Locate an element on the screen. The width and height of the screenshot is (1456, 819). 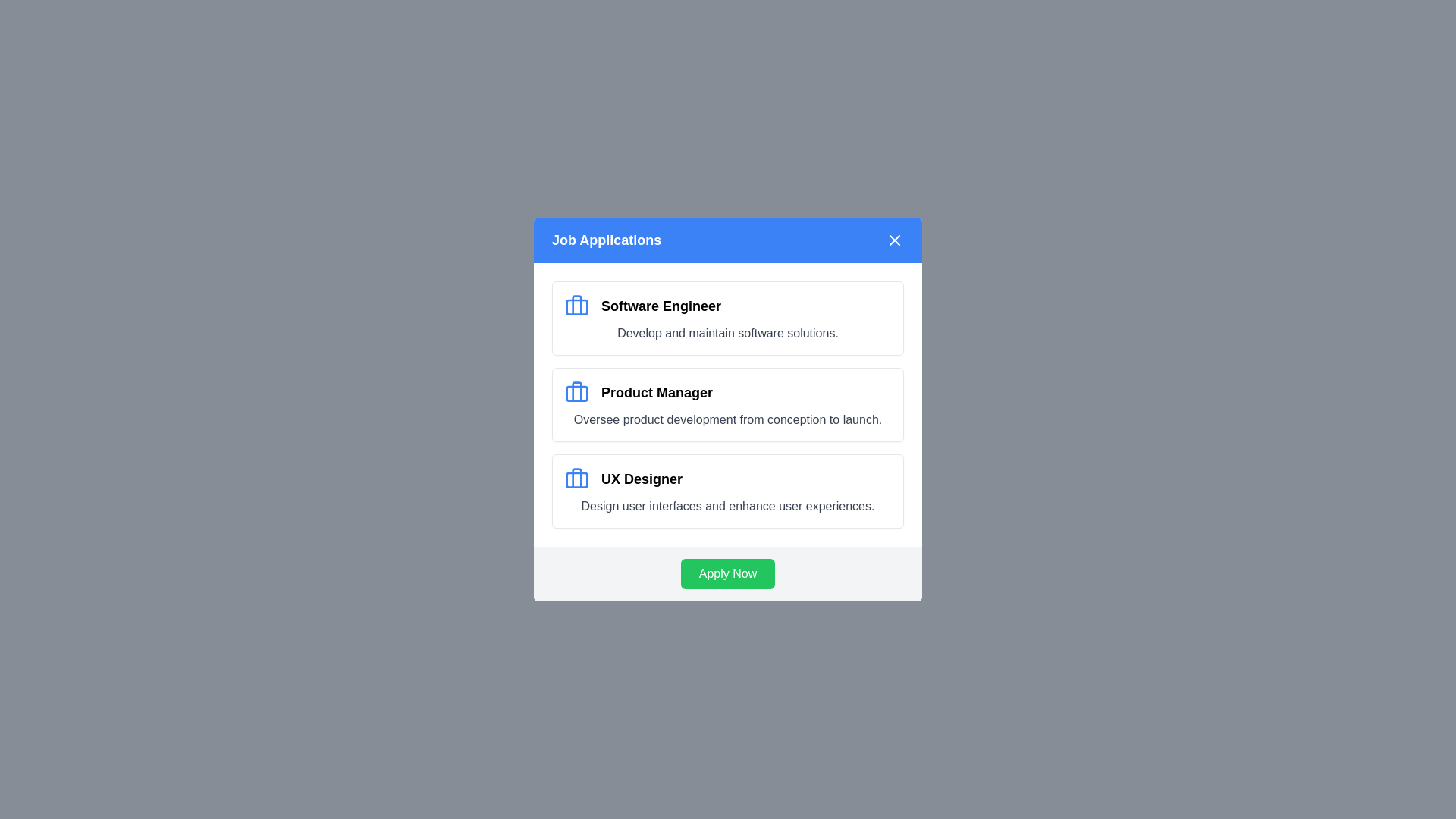
the non-interactive icon representing the job title 'UX Designer' located to the left of the text in the third row of the 'Job Applications' section is located at coordinates (576, 479).